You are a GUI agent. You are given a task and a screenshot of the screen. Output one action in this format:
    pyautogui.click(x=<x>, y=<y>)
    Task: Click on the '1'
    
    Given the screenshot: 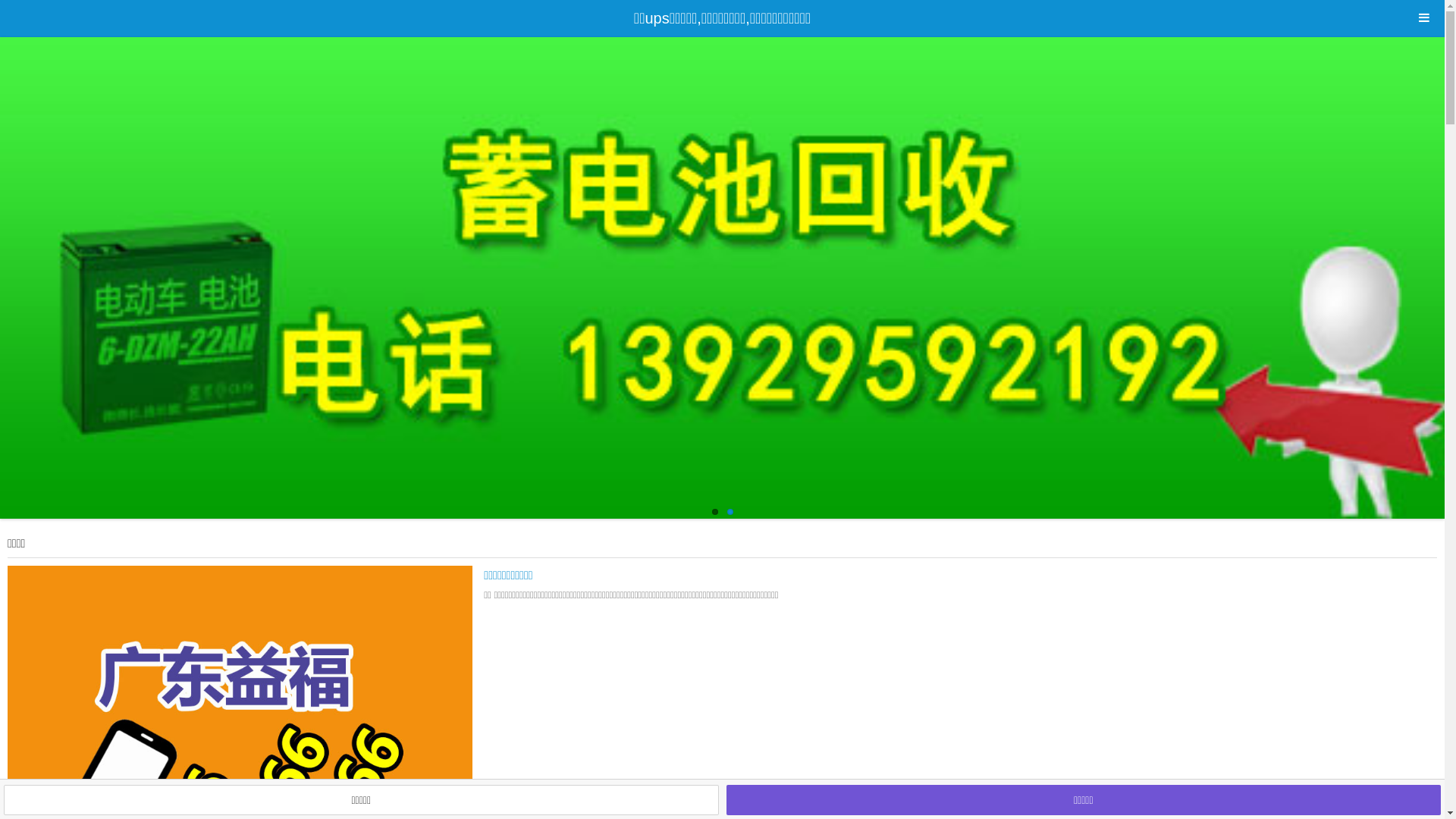 What is the action you would take?
    pyautogui.click(x=713, y=512)
    